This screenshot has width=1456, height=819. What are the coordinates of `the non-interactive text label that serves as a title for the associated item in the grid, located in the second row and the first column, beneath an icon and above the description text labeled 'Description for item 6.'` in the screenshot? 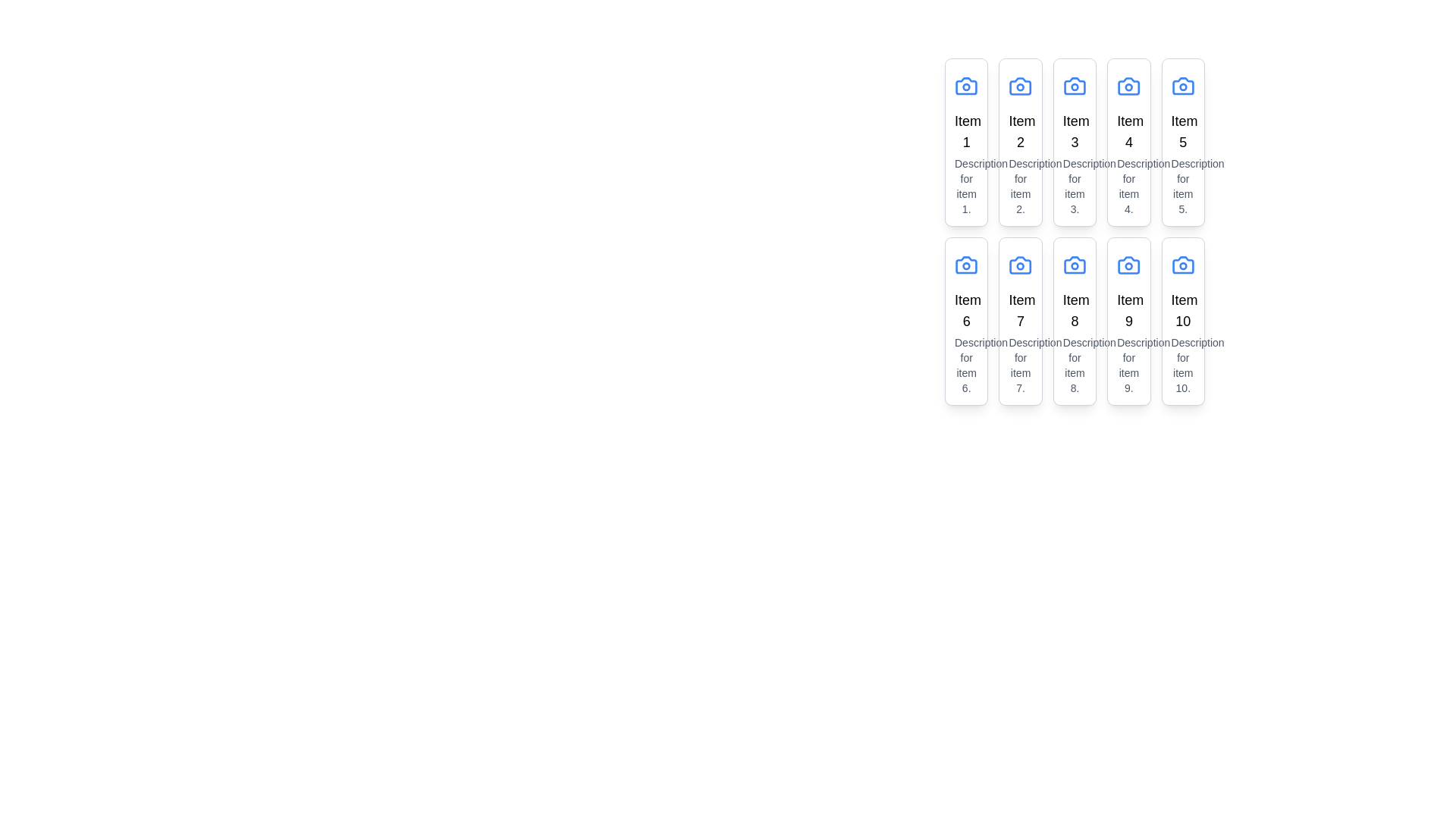 It's located at (965, 309).